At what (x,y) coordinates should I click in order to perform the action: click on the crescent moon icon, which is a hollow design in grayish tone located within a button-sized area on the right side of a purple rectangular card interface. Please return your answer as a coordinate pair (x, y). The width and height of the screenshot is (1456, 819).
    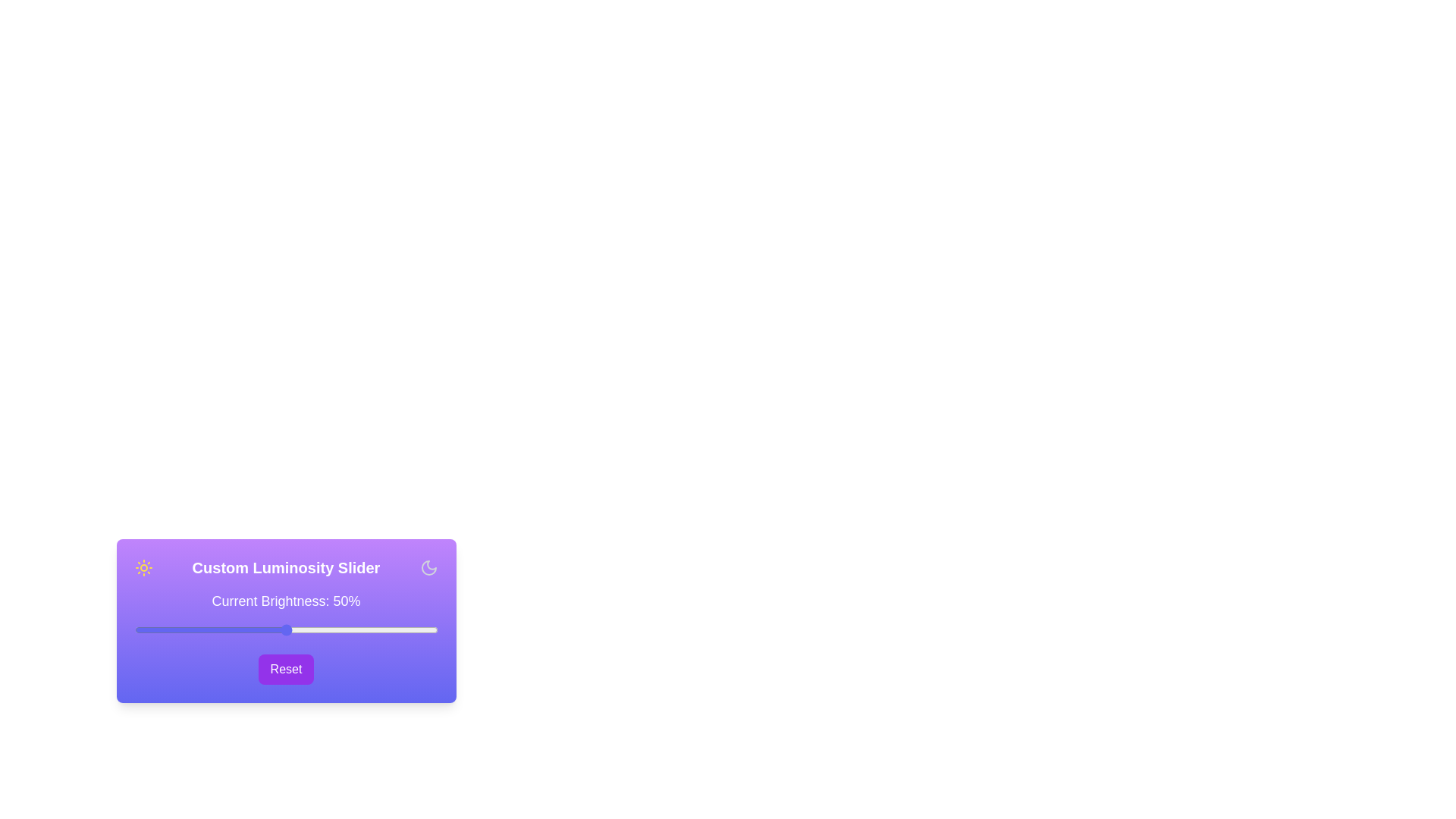
    Looking at the image, I should click on (428, 567).